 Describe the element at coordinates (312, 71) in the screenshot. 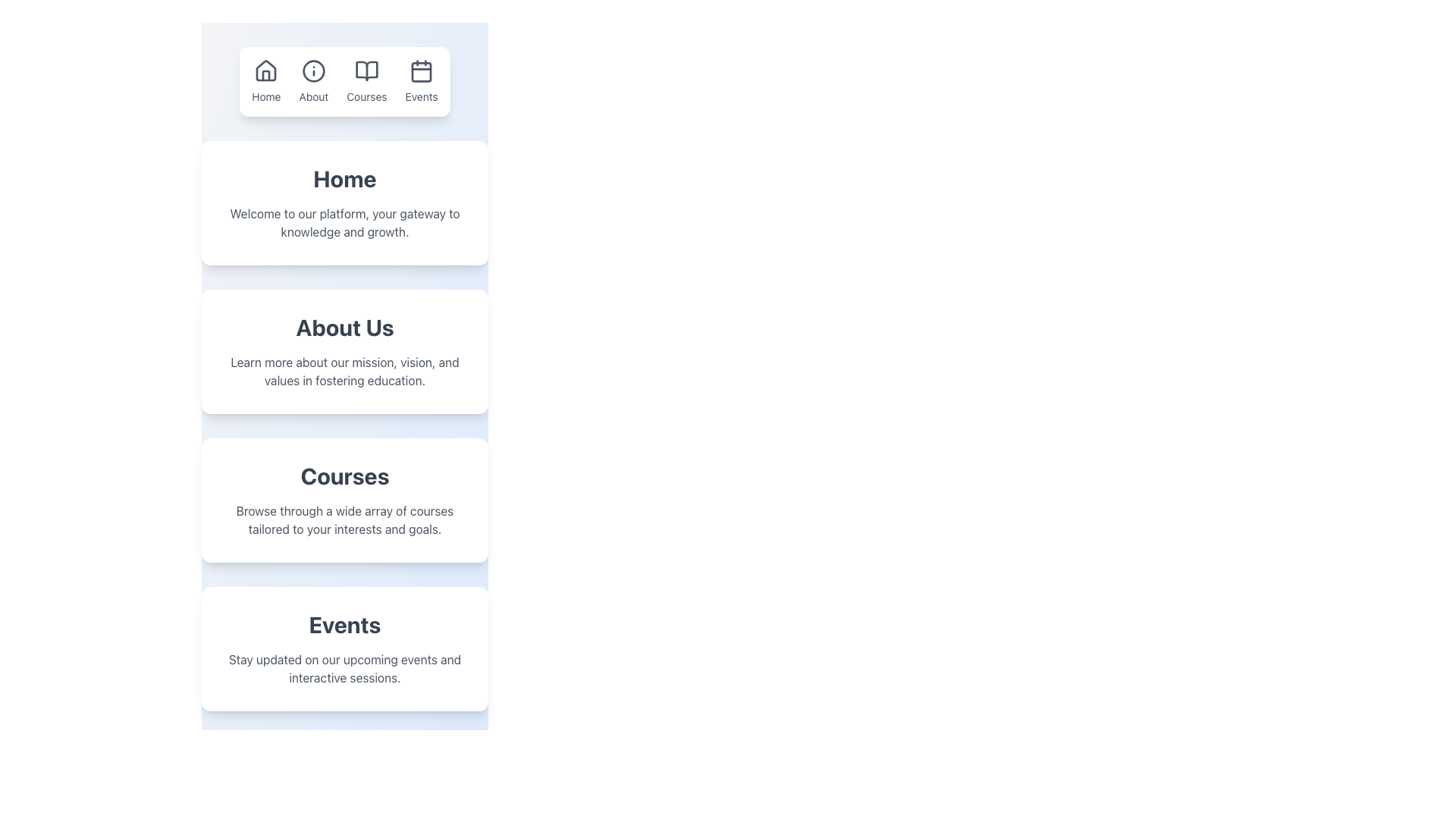

I see `the SVG graphical element (circle) that enhances the visual appearance of the 'About' icon, located near the top of the interface` at that location.